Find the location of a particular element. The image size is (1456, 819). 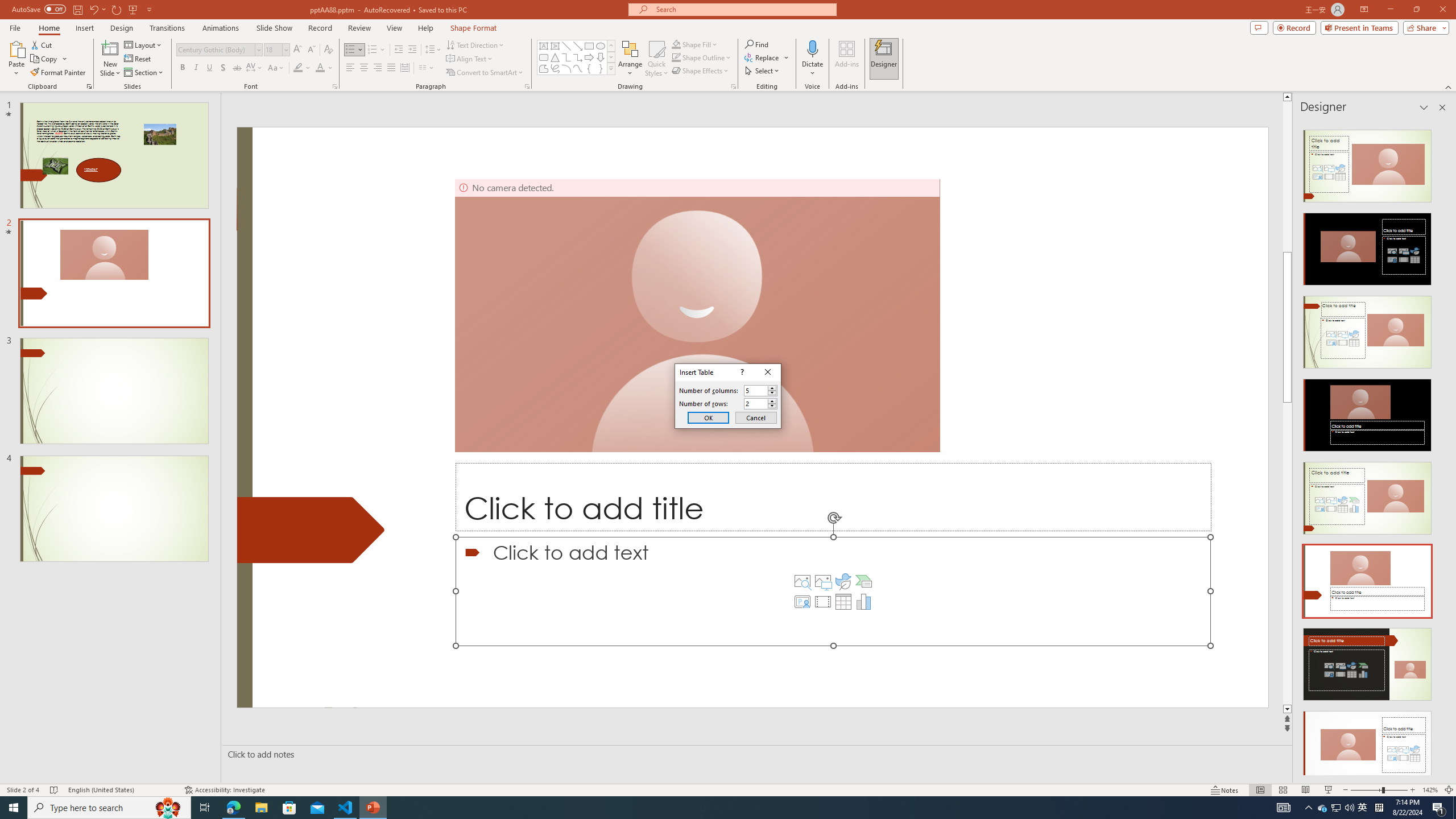

'Number of columns' is located at coordinates (760, 390).